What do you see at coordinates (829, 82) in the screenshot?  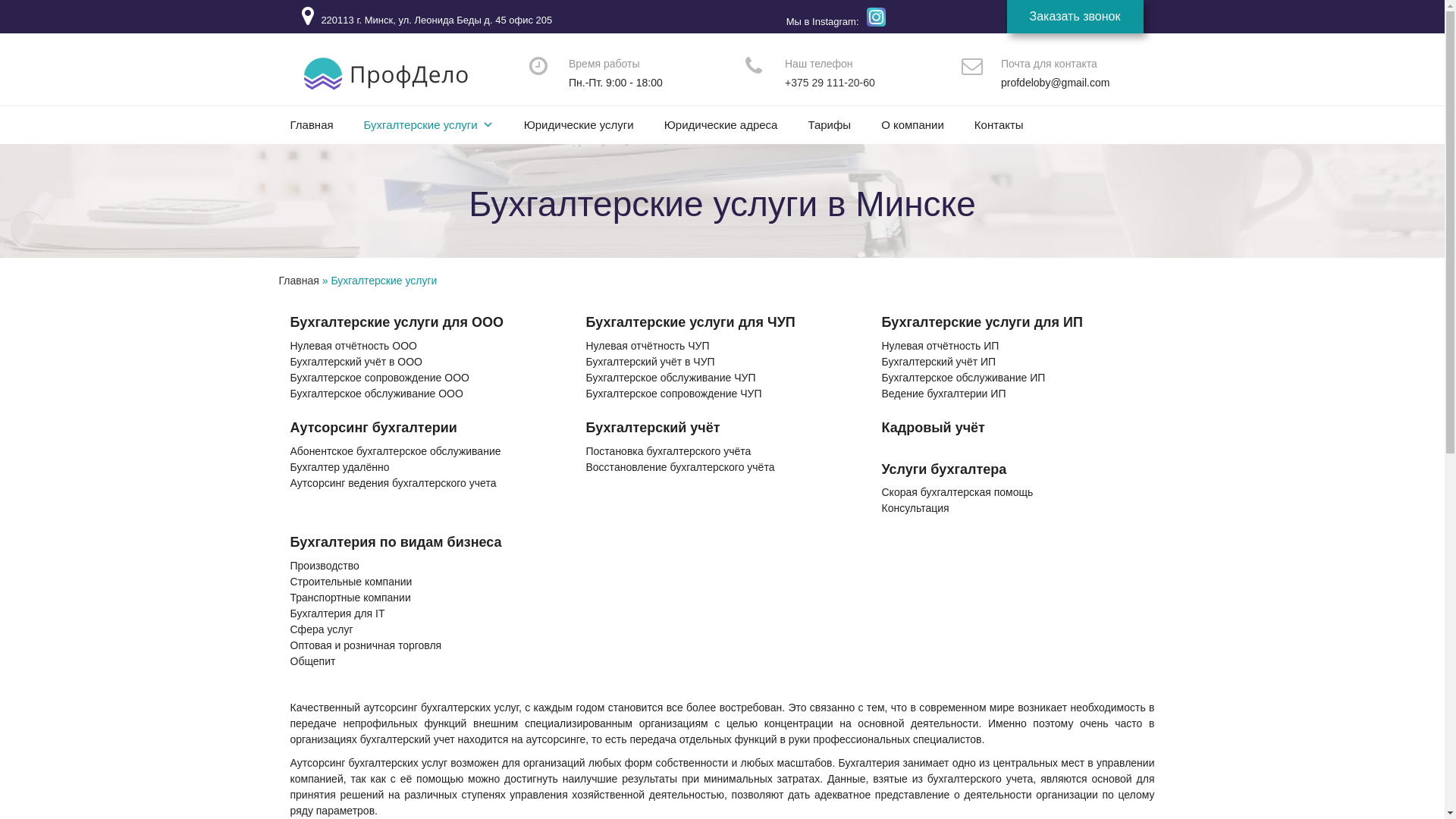 I see `'+375 29 111-20-60'` at bounding box center [829, 82].